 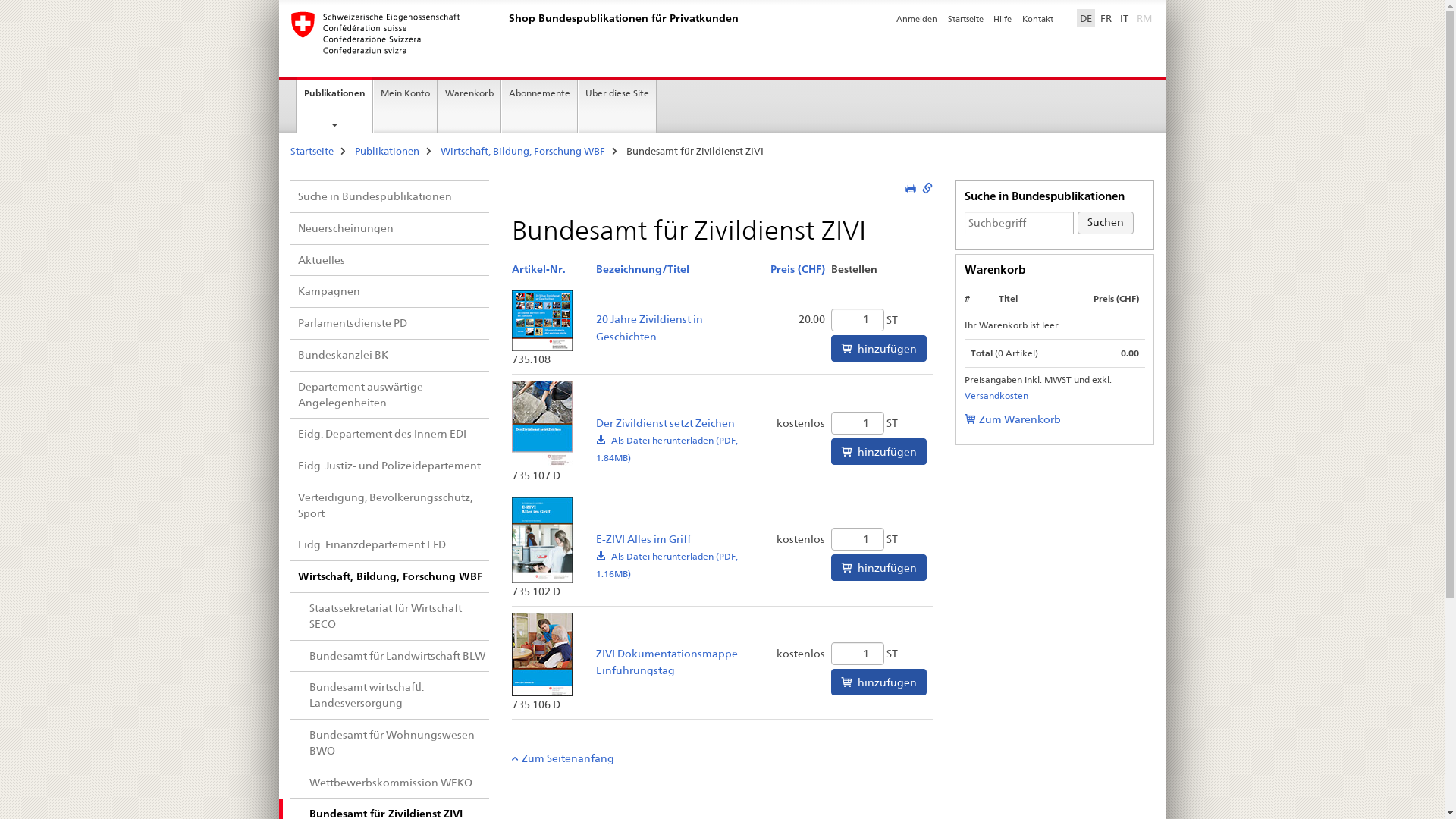 I want to click on 'RM, so click(x=1143, y=17).